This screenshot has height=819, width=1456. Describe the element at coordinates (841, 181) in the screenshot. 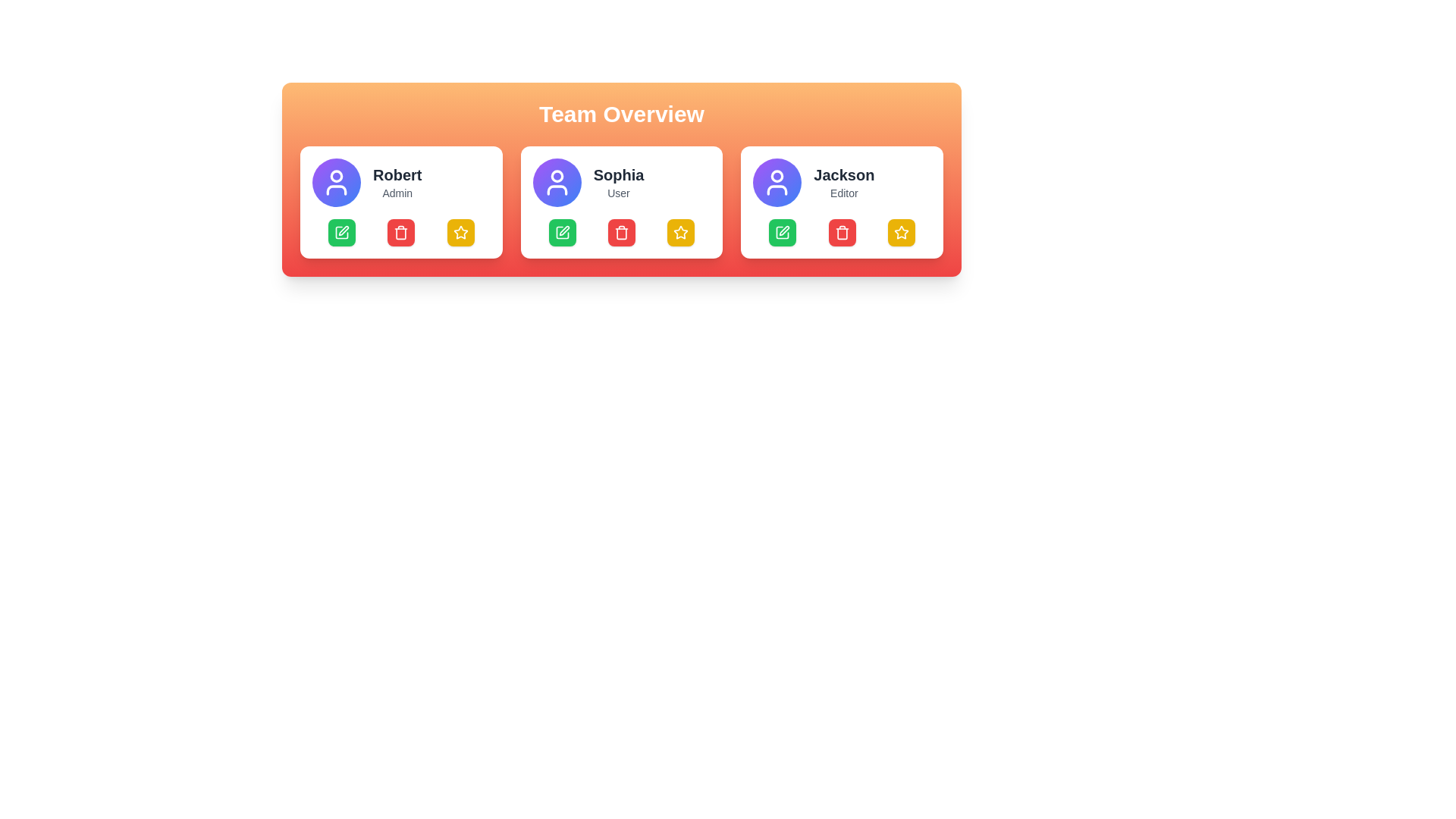

I see `the User Card Header located at the top-center of the third card from the left in the row of user cards, which displays the user's name and position` at that location.